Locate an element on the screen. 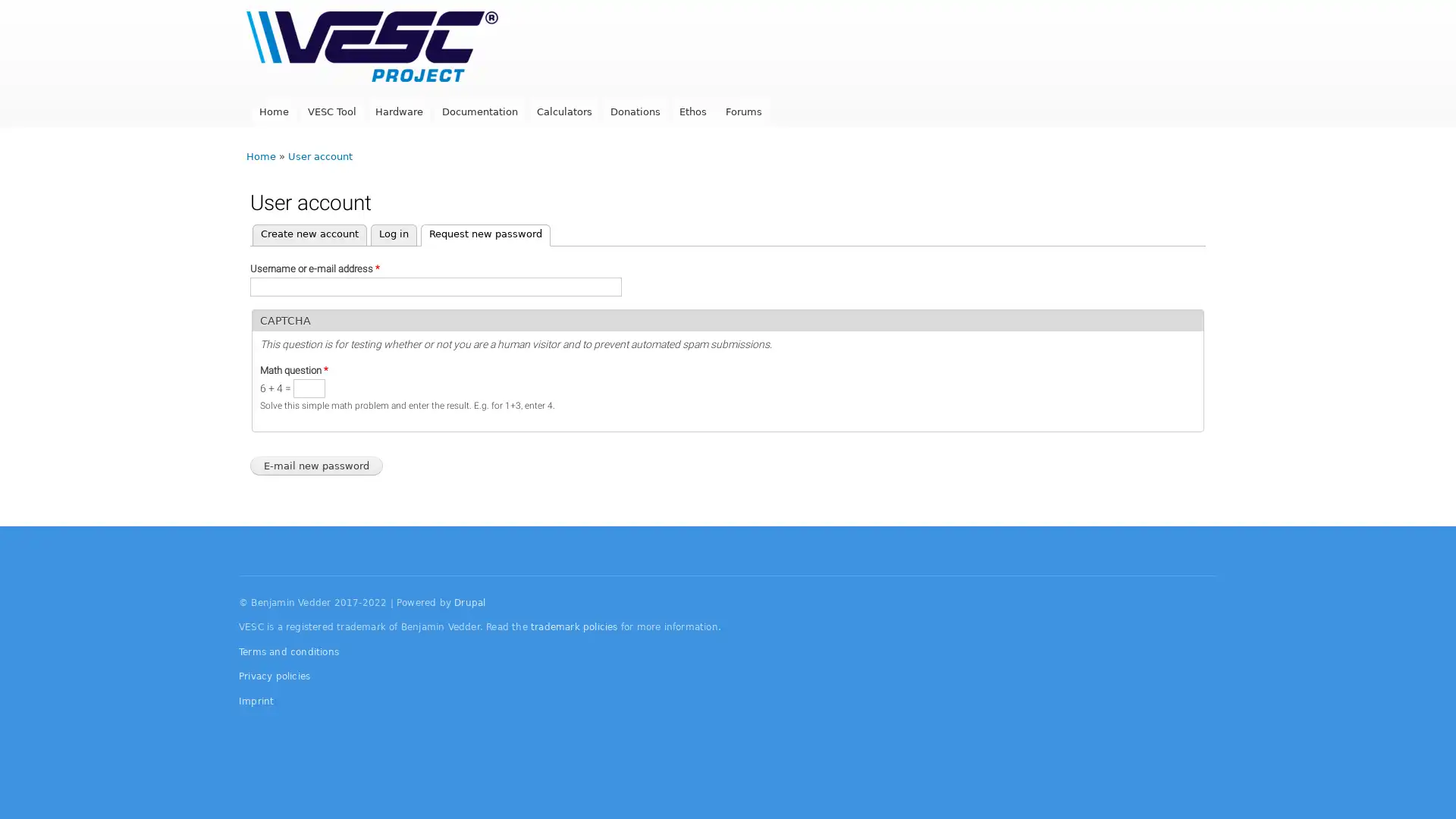 Image resolution: width=1456 pixels, height=819 pixels. E-mail new password is located at coordinates (315, 465).